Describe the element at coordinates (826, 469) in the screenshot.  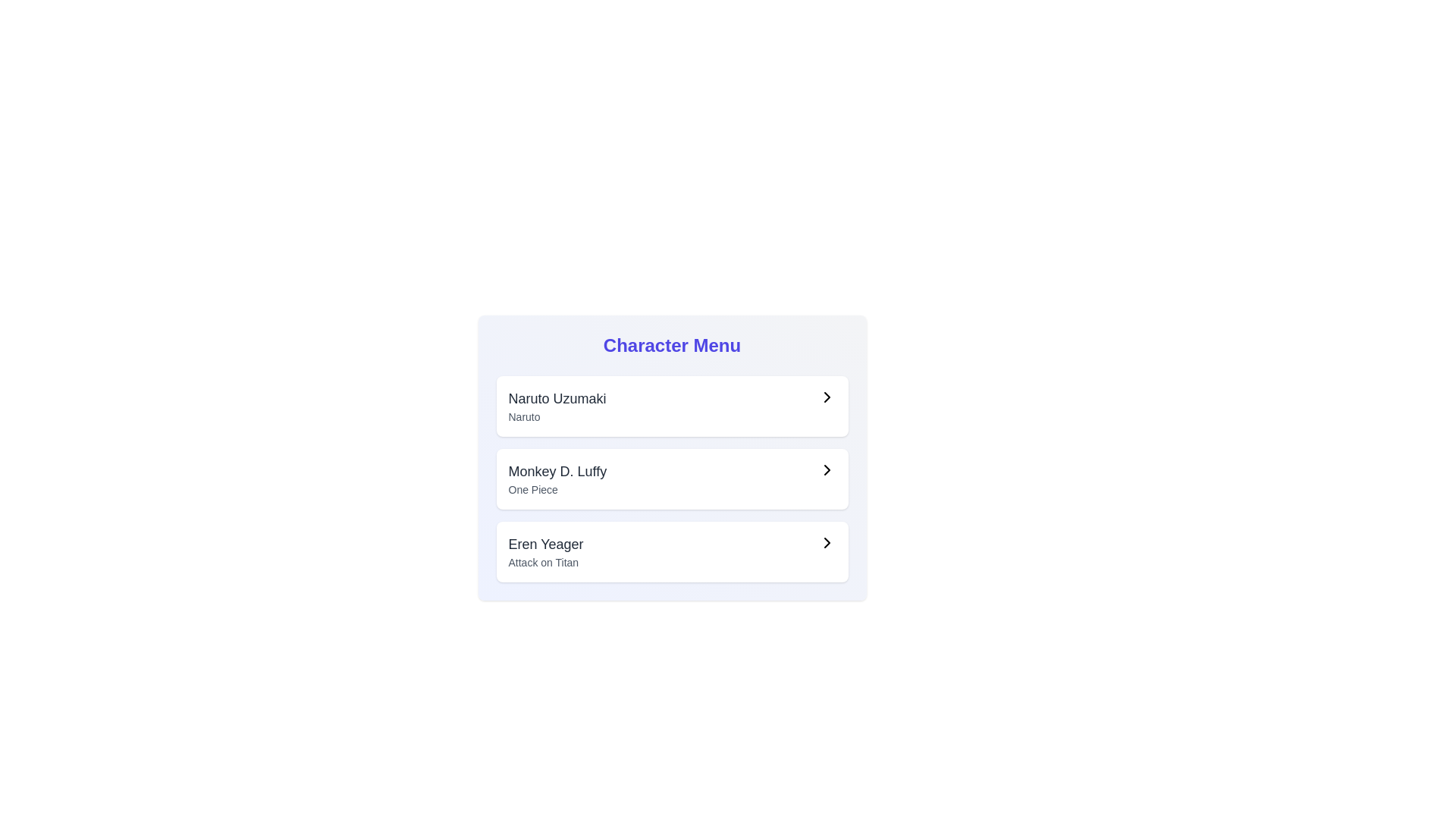
I see `the SVG Chevron Icon located to the far right of the row containing the label 'Monkey D. Luffy', which is the third visible chevron icon in the menu structure` at that location.